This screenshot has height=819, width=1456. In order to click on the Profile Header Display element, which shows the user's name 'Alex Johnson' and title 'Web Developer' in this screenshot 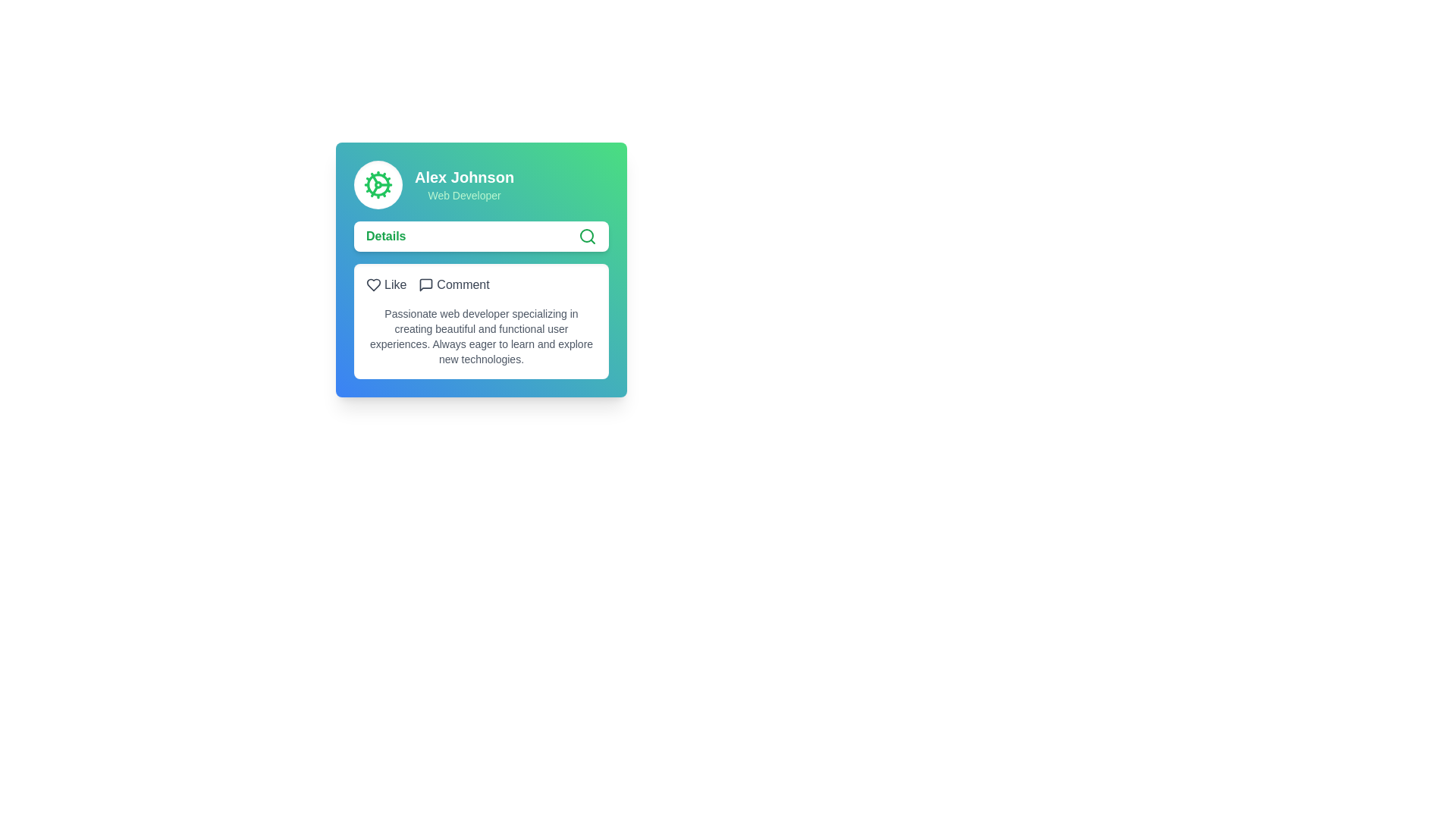, I will do `click(480, 184)`.